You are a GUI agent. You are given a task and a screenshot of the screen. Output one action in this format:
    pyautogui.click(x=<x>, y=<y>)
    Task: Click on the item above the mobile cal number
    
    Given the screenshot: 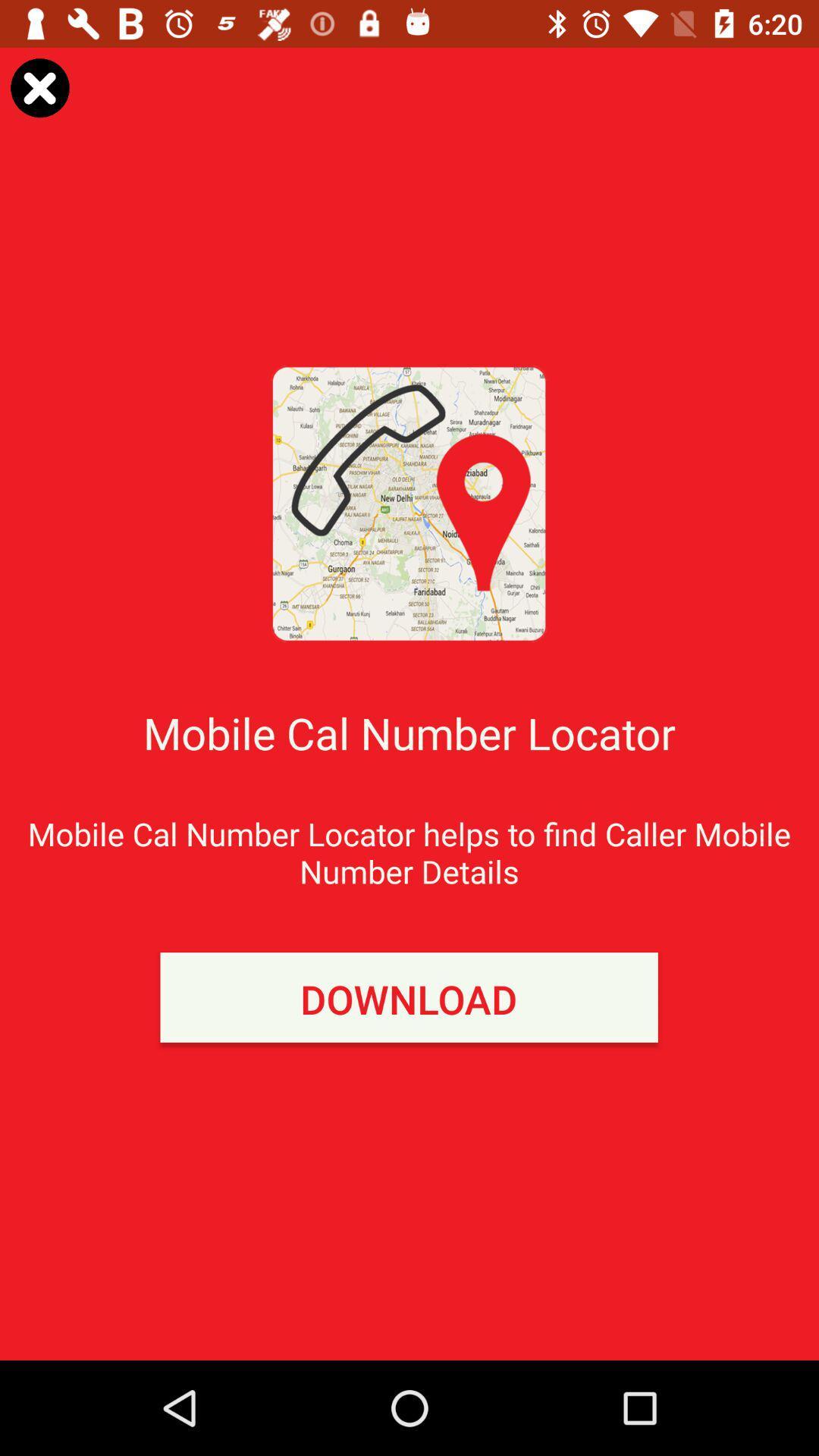 What is the action you would take?
    pyautogui.click(x=39, y=86)
    